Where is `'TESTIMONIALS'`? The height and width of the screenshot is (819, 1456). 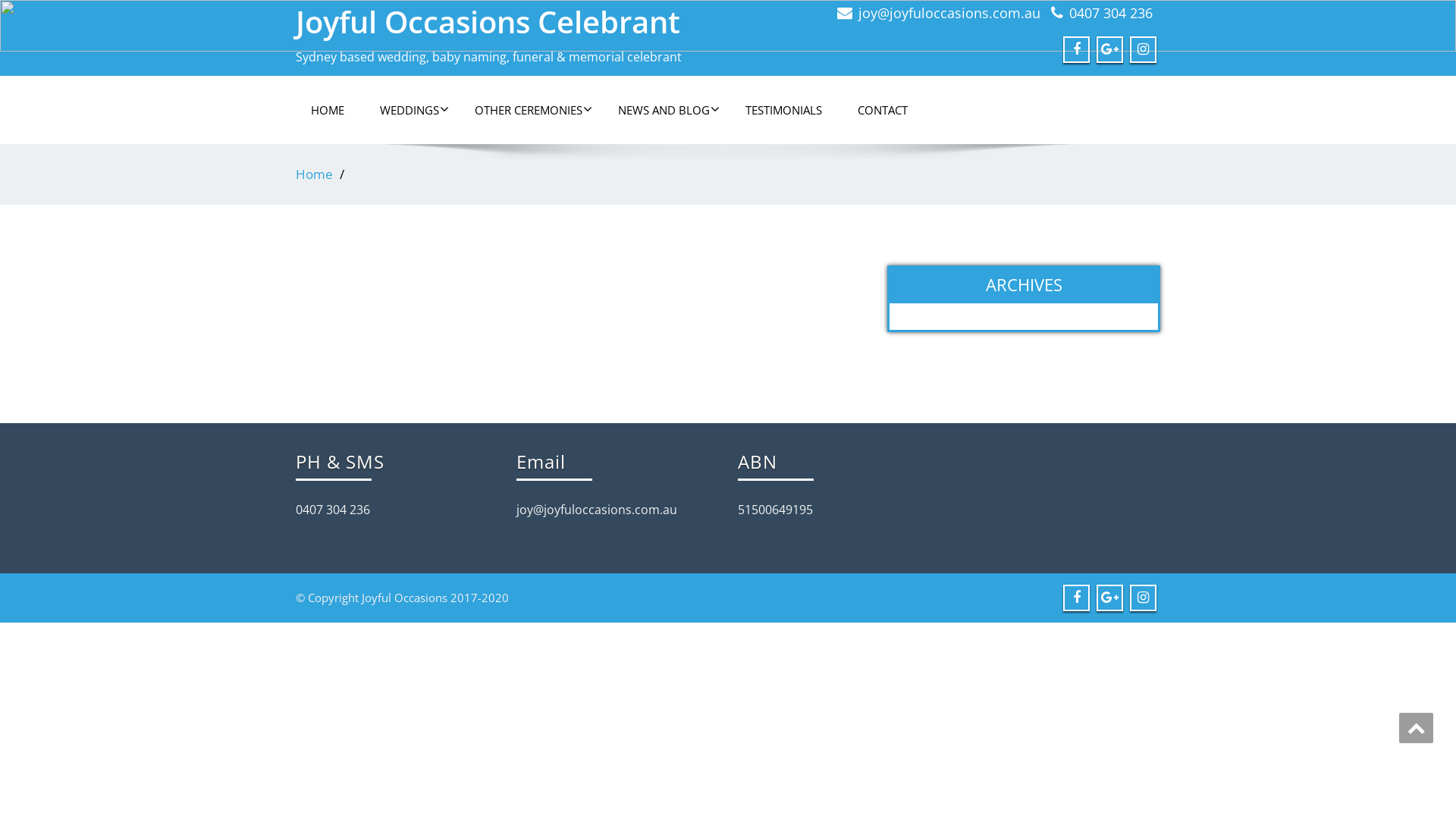
'TESTIMONIALS' is located at coordinates (783, 109).